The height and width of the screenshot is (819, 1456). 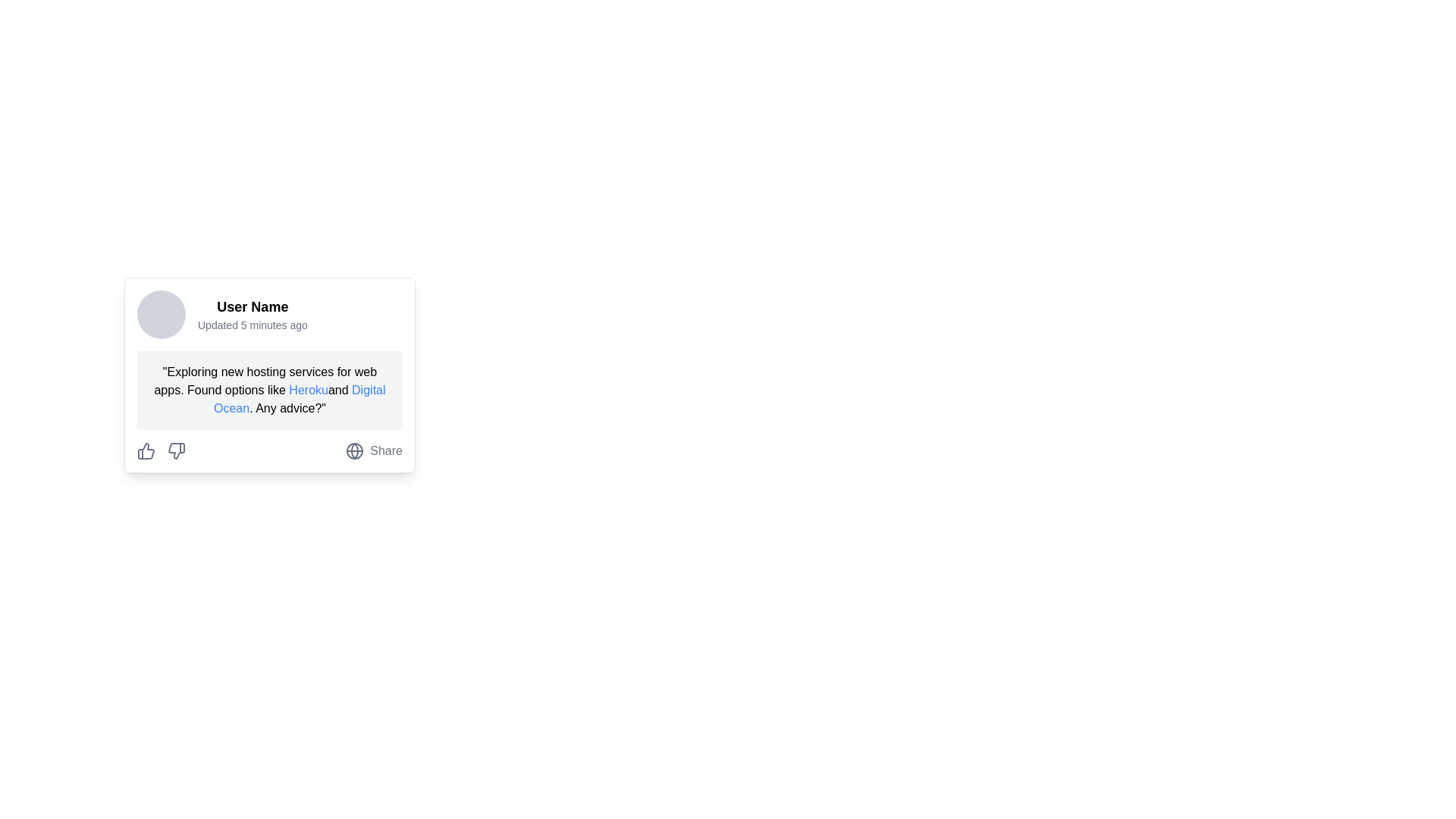 What do you see at coordinates (253, 314) in the screenshot?
I see `the user identifier and timestamp text block, which contains the bolded 'User Name' and recent activity update, located to the right of the circular avatar image in the upper portion of a card-like structure` at bounding box center [253, 314].